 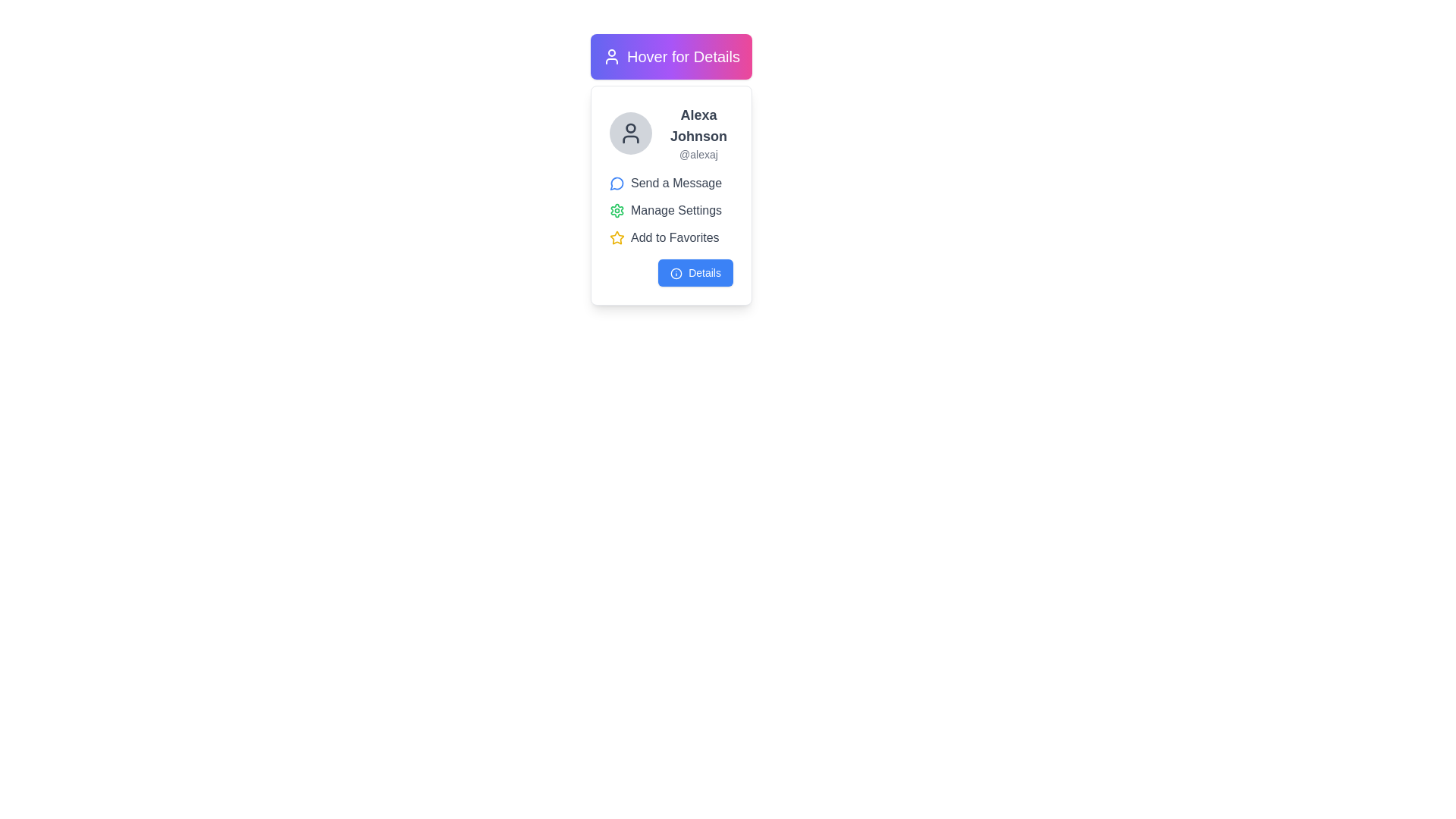 I want to click on the yellow star icon located next to the phrase 'Add to Favorites' in the middle-right section of the user information layout, so click(x=617, y=237).